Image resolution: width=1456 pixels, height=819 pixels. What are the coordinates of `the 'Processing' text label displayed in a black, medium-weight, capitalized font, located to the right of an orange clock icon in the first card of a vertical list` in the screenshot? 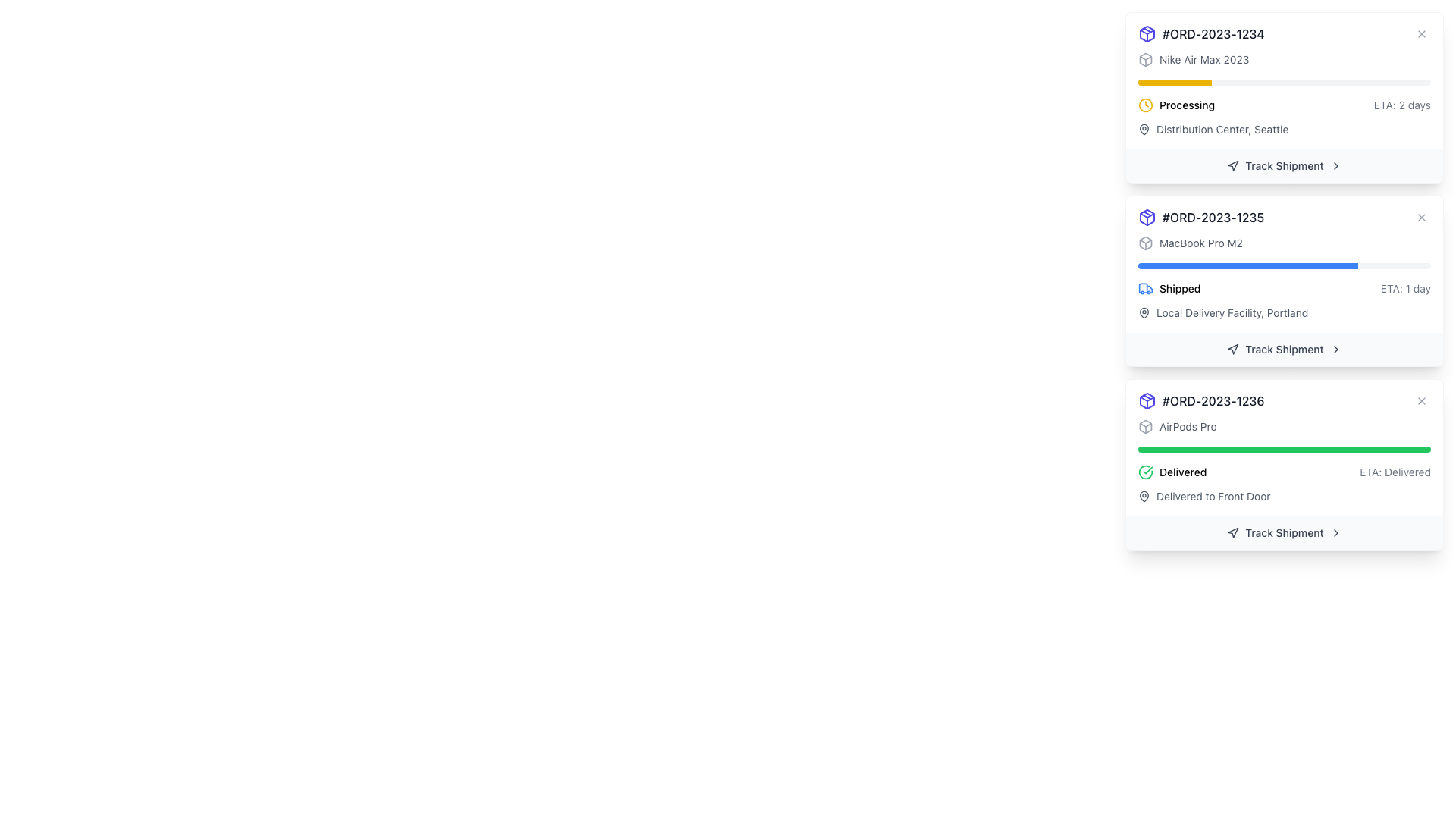 It's located at (1186, 104).